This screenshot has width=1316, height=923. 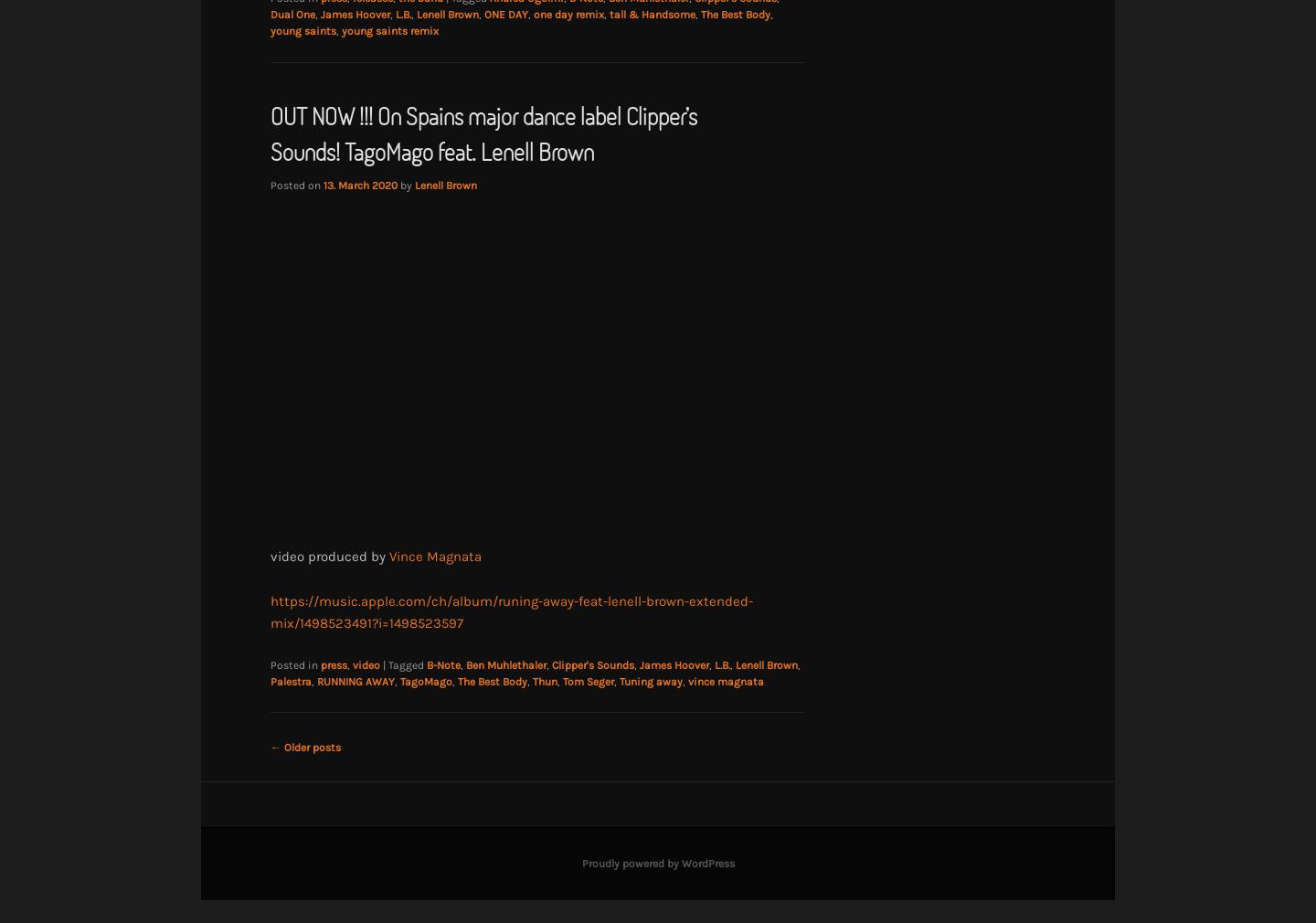 I want to click on 'vince magnata', so click(x=726, y=679).